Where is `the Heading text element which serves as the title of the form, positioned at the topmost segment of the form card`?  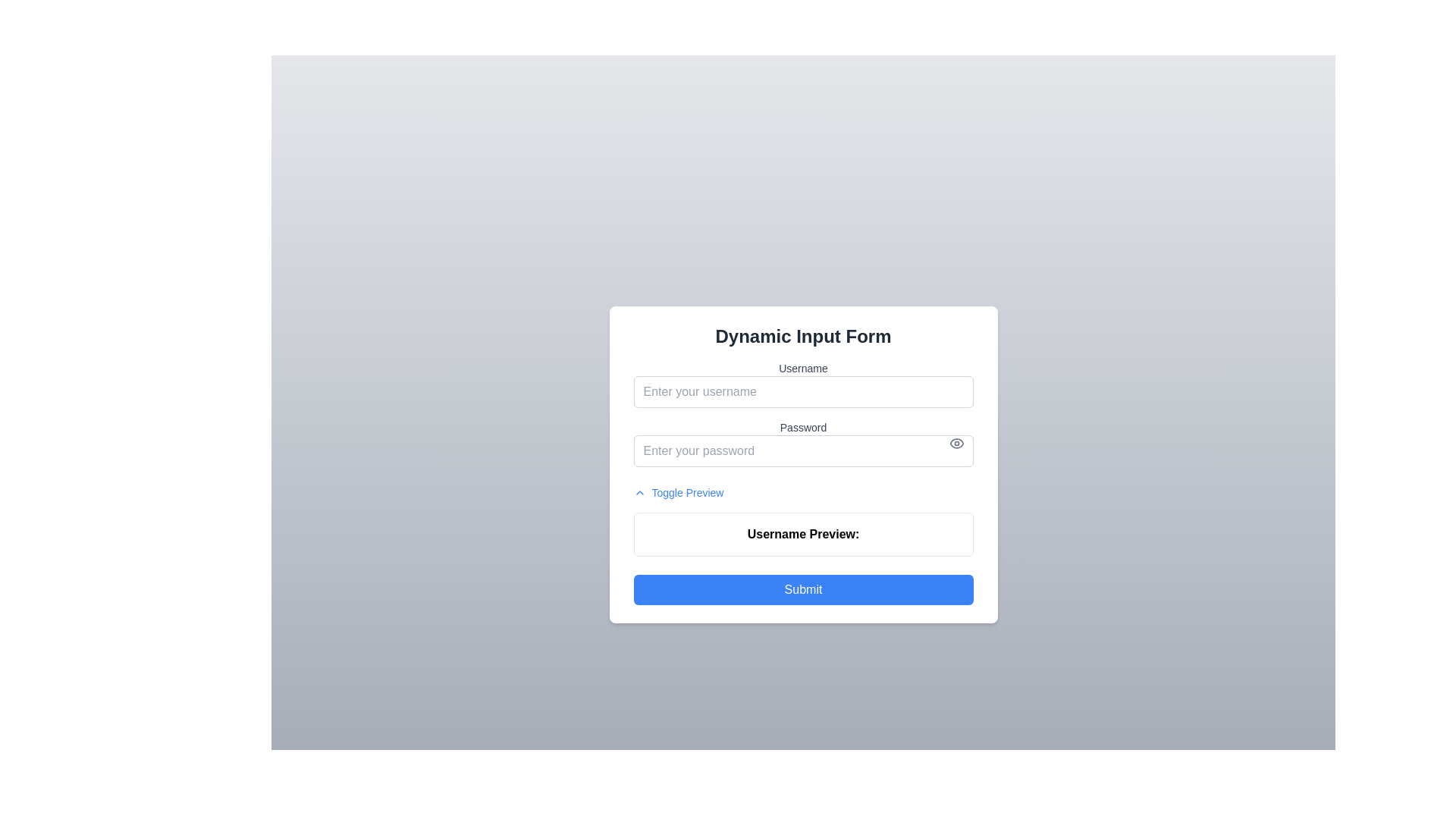 the Heading text element which serves as the title of the form, positioned at the topmost segment of the form card is located at coordinates (802, 335).